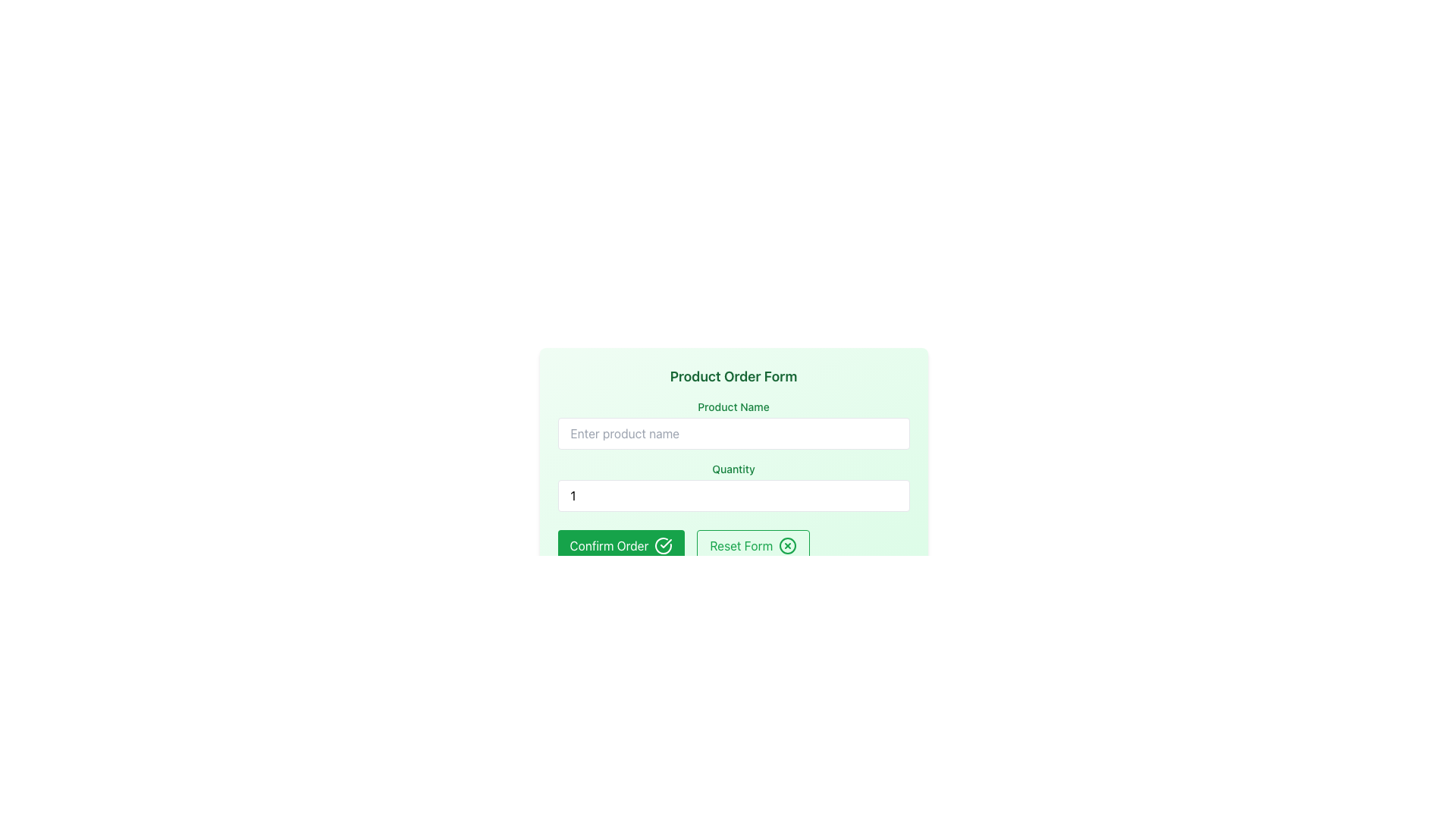 This screenshot has width=1456, height=819. Describe the element at coordinates (733, 486) in the screenshot. I see `the number input field below the 'Product Name' field to focus it` at that location.